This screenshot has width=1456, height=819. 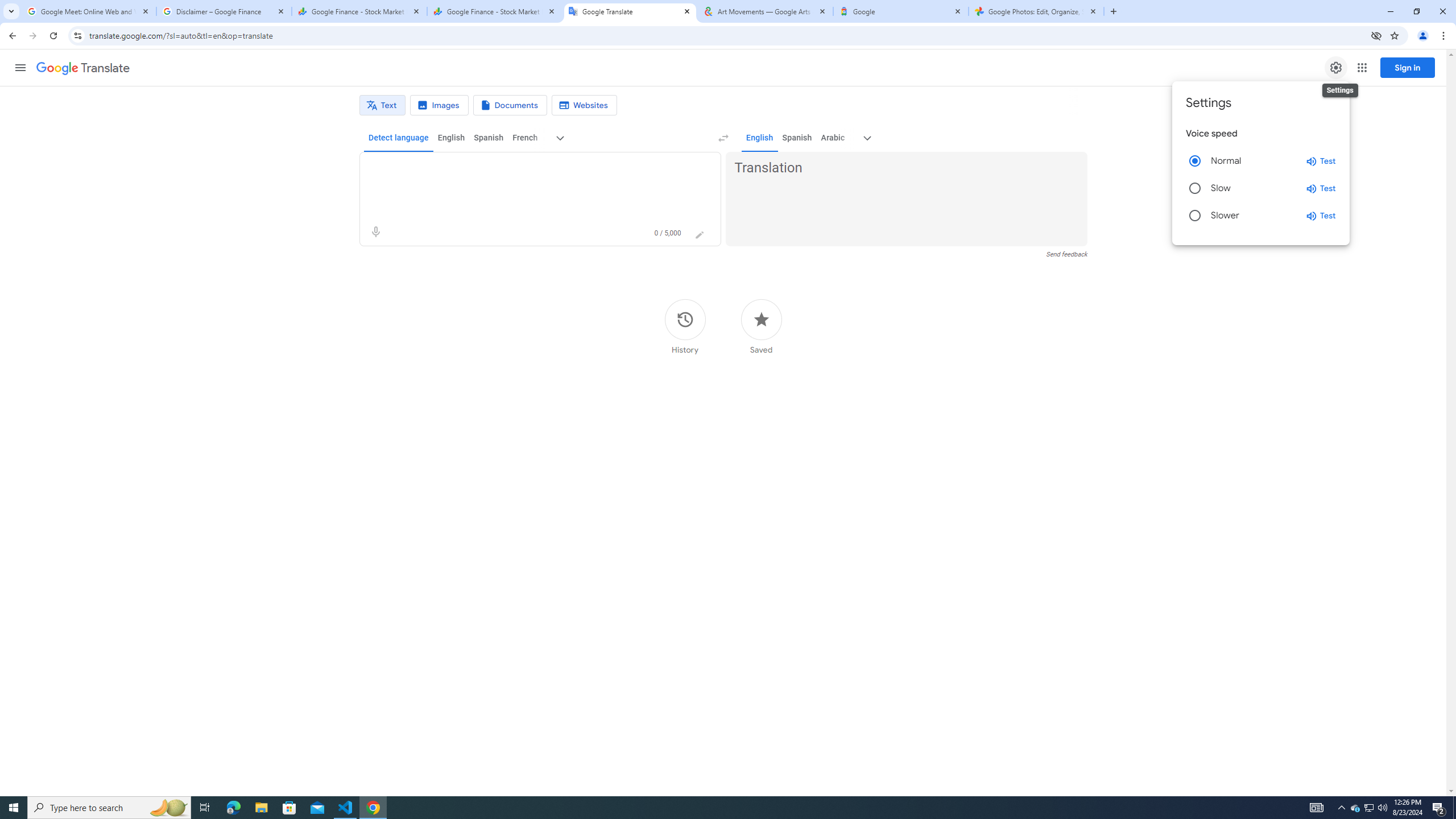 What do you see at coordinates (760, 326) in the screenshot?
I see `'Saved'` at bounding box center [760, 326].